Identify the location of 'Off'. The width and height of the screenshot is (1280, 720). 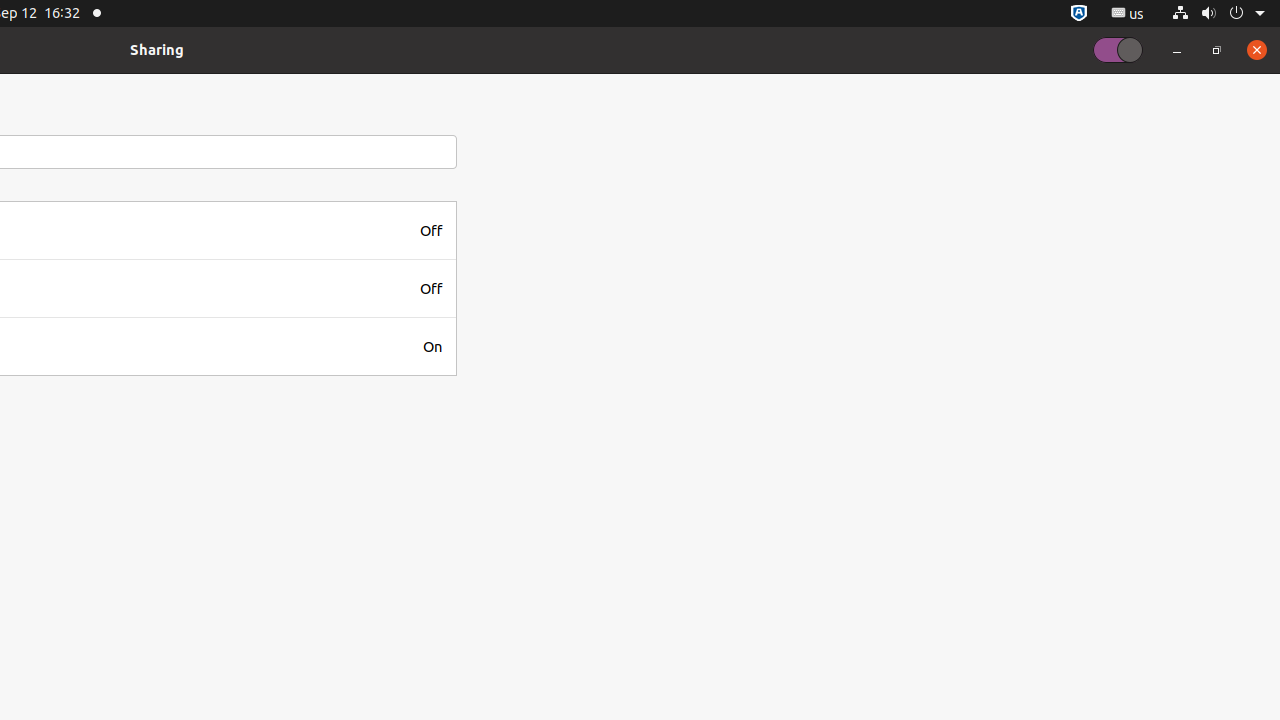
(429, 229).